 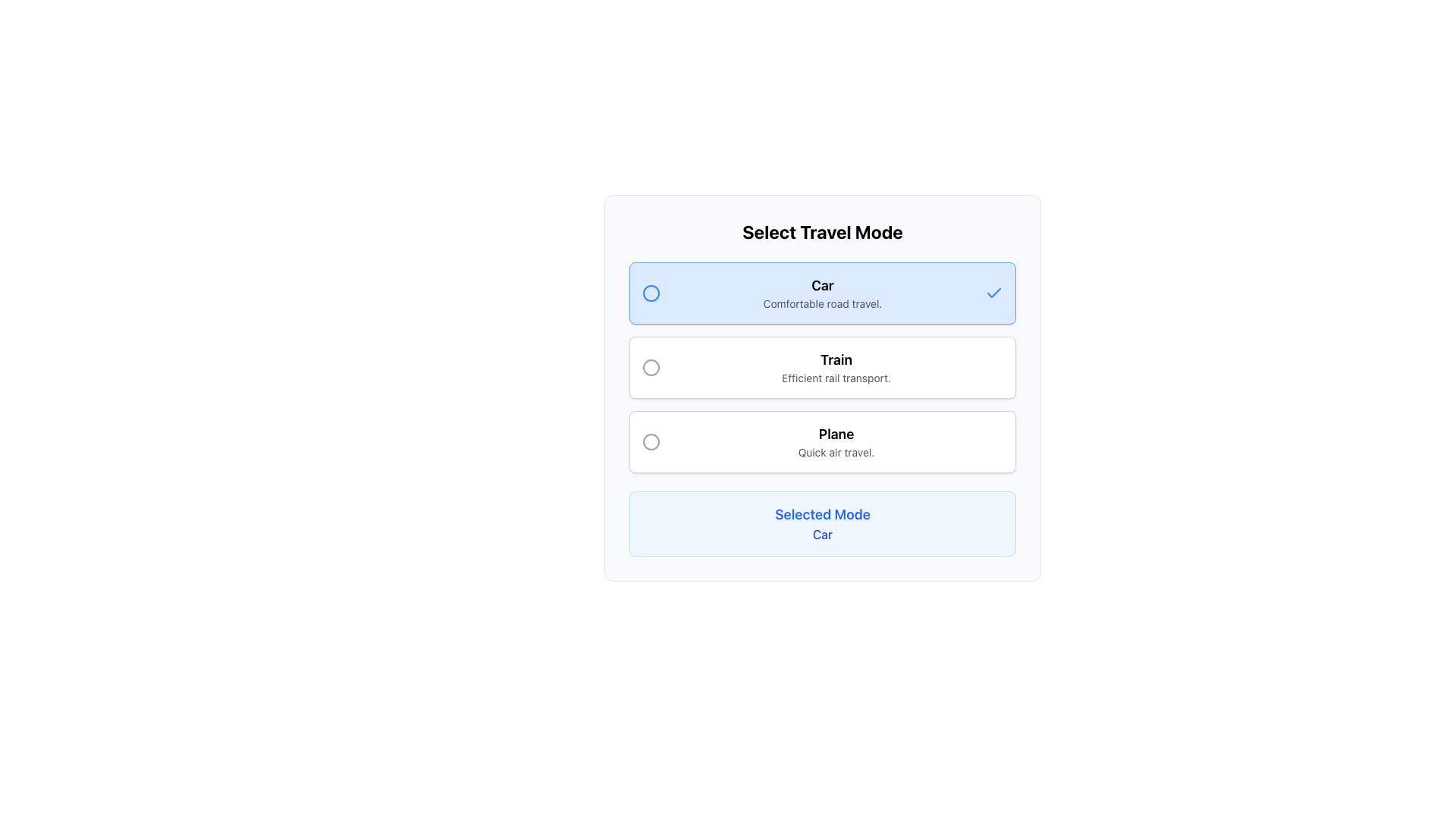 What do you see at coordinates (821, 304) in the screenshot?
I see `the descriptive text element providing information for the 'Car' travel option in the selection menu` at bounding box center [821, 304].